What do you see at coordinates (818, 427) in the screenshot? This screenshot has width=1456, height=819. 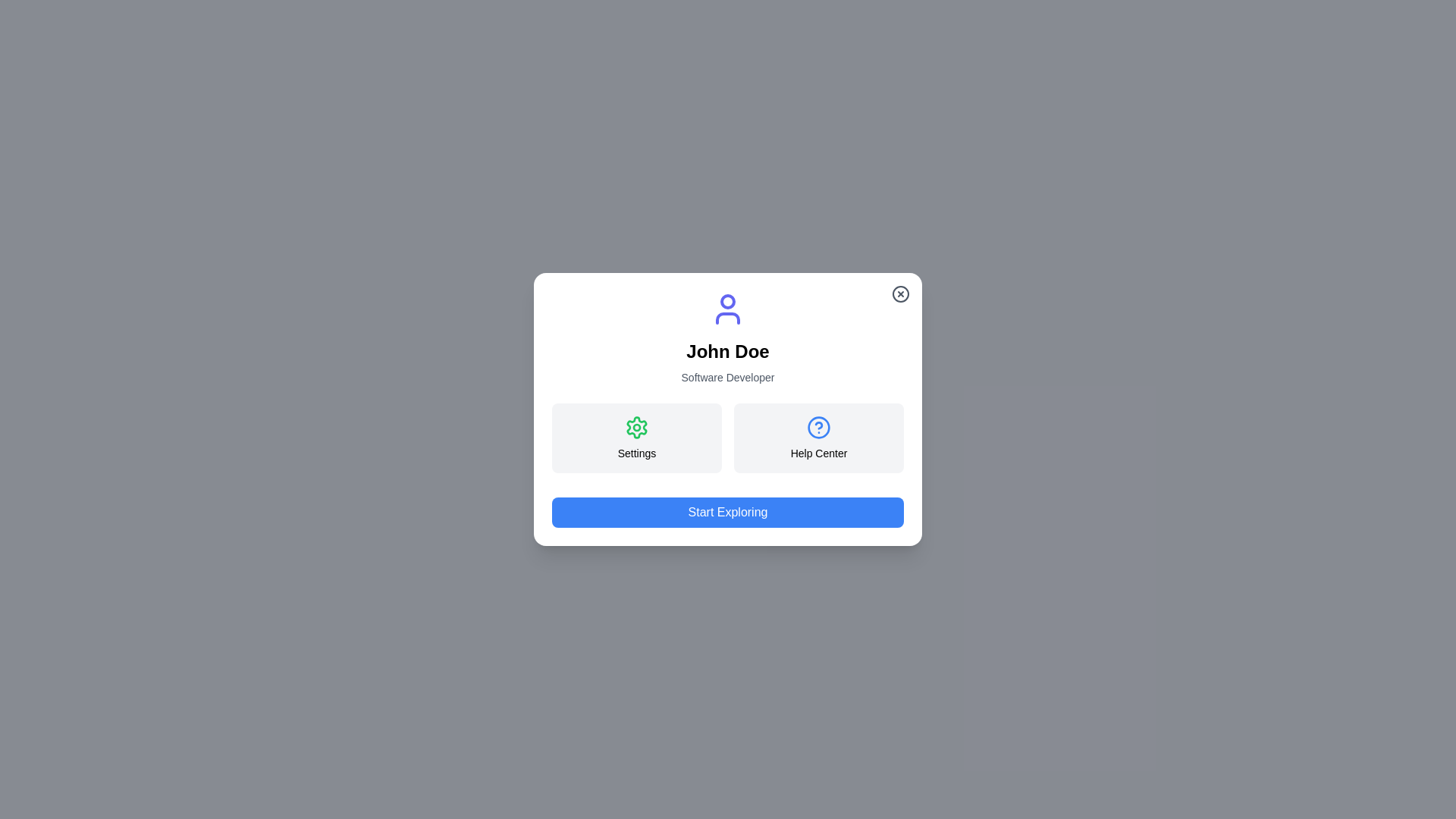 I see `the circular blue icon with a question mark located above the 'Help Center' text, which is positioned in the right box among two side-by-side options` at bounding box center [818, 427].